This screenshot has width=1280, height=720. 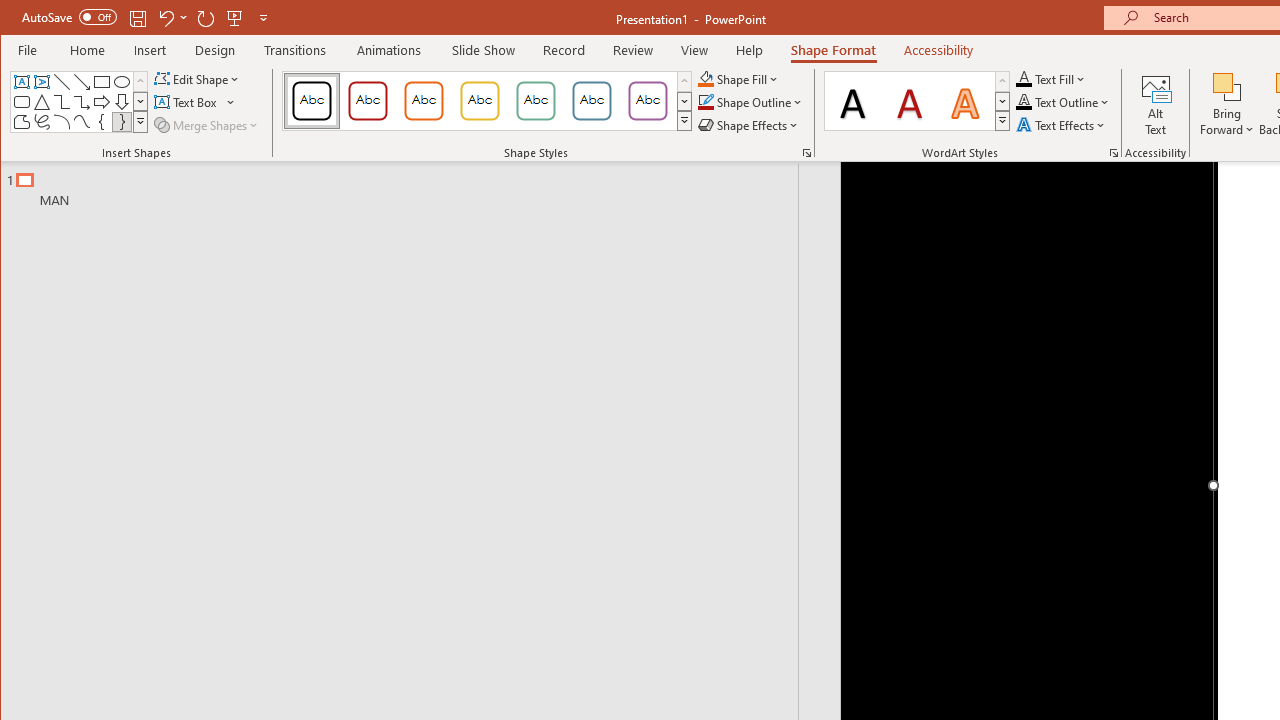 What do you see at coordinates (916, 101) in the screenshot?
I see `'AutomationID: TextStylesGallery'` at bounding box center [916, 101].